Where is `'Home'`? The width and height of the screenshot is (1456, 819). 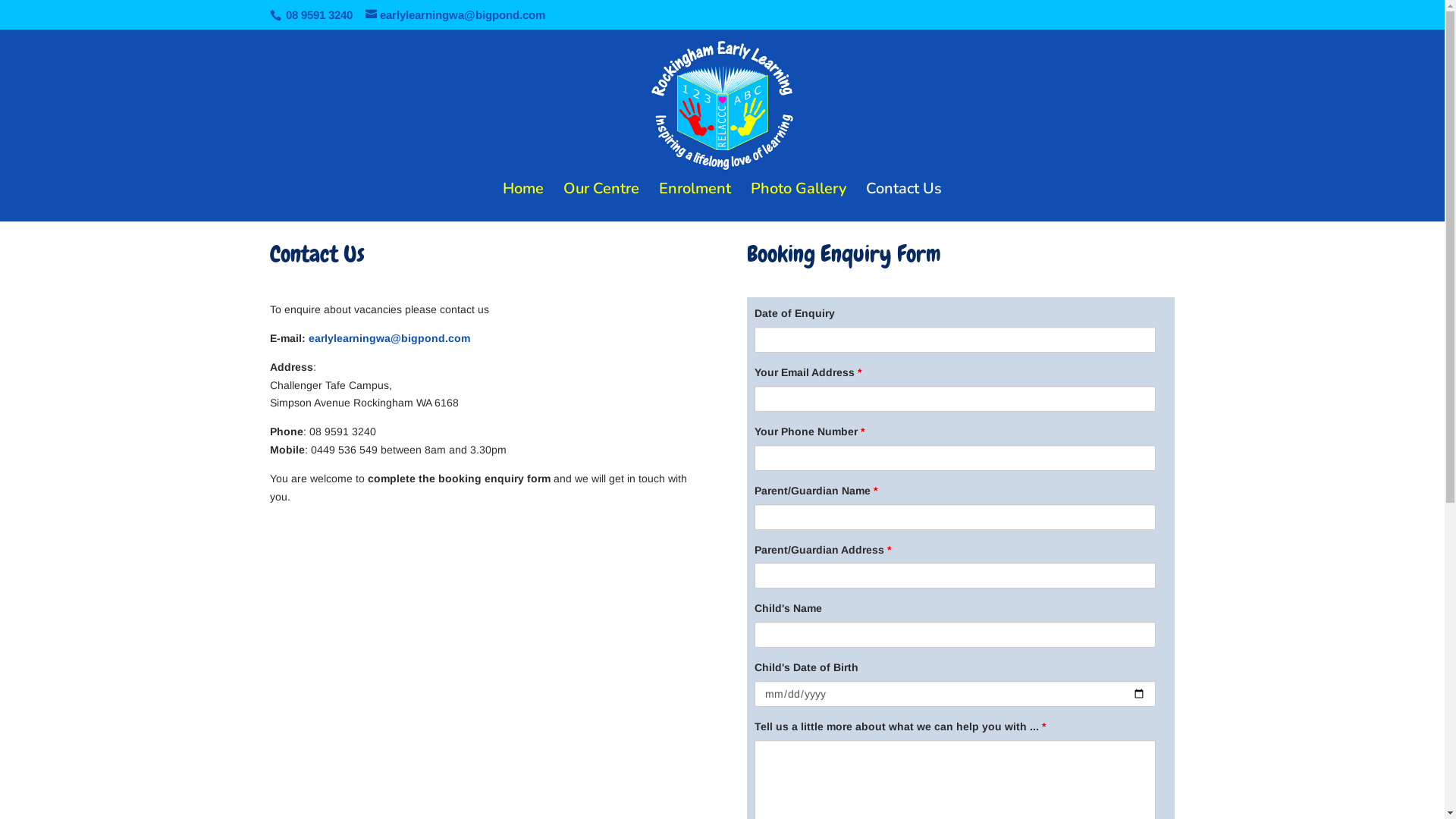 'Home' is located at coordinates (523, 201).